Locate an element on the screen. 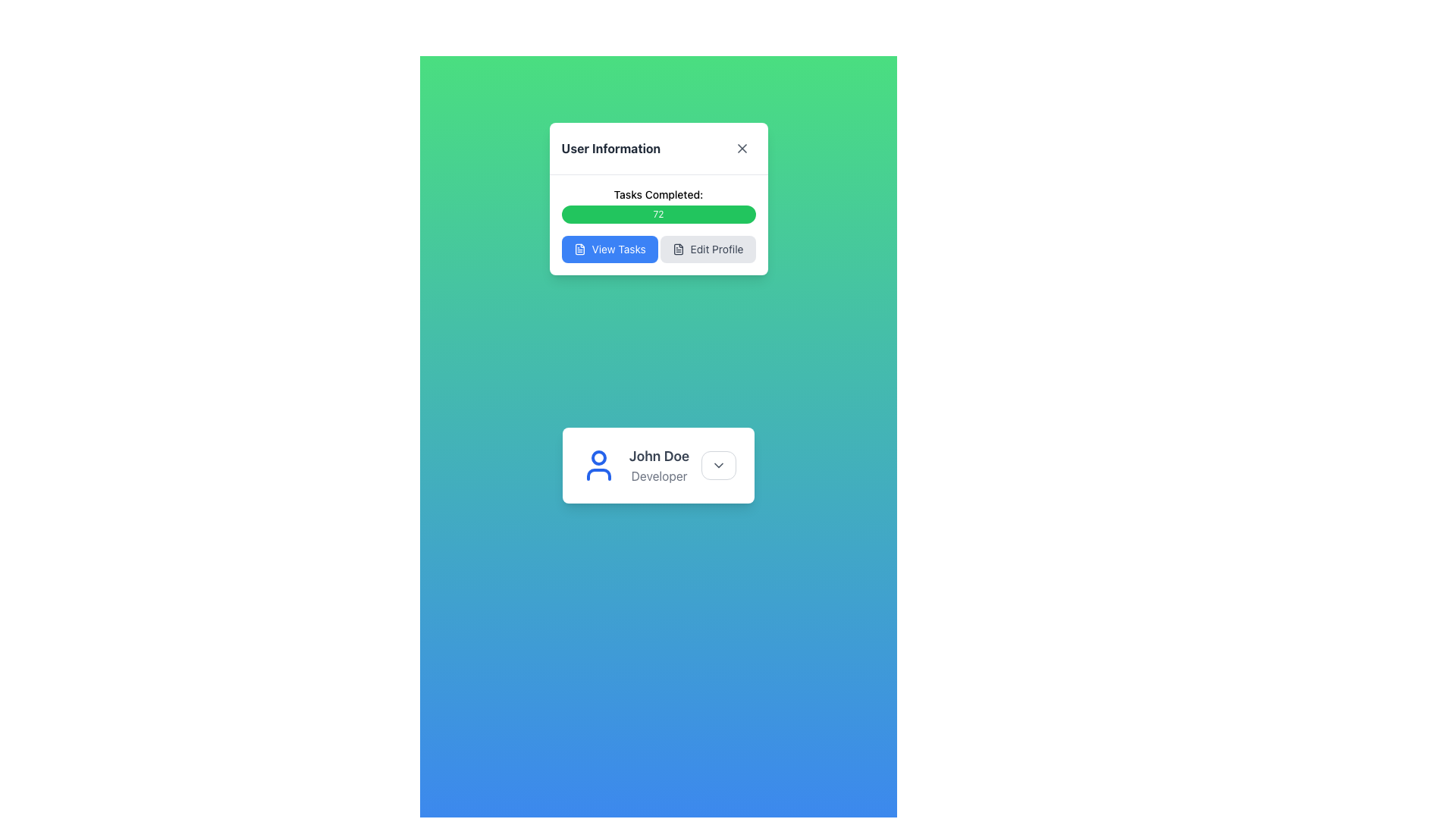  the 'User Information' text label in bold dark gray located at the top of the popup card is located at coordinates (610, 149).